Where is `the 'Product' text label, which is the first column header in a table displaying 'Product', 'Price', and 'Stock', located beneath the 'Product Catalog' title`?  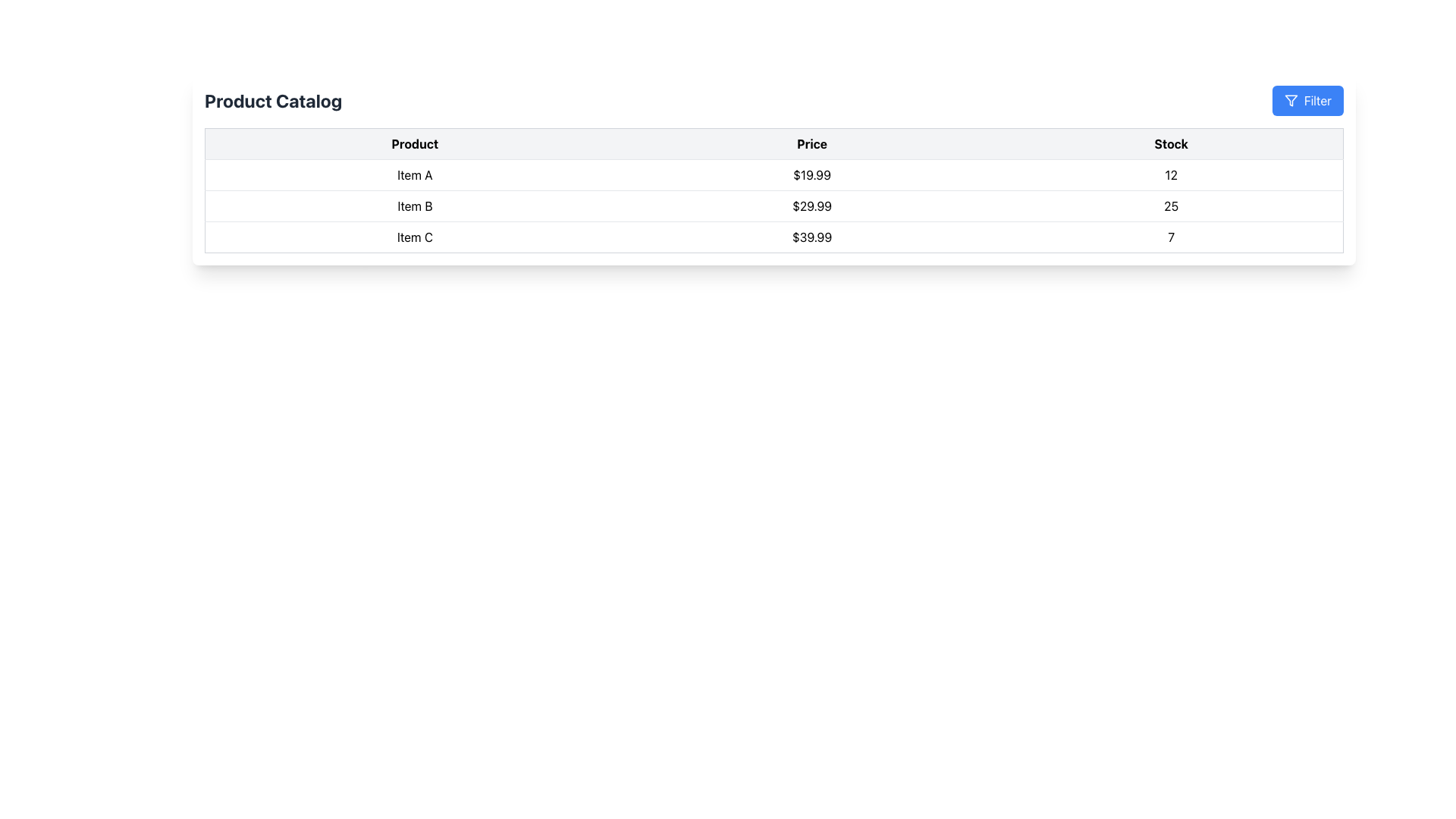 the 'Product' text label, which is the first column header in a table displaying 'Product', 'Price', and 'Stock', located beneath the 'Product Catalog' title is located at coordinates (415, 143).